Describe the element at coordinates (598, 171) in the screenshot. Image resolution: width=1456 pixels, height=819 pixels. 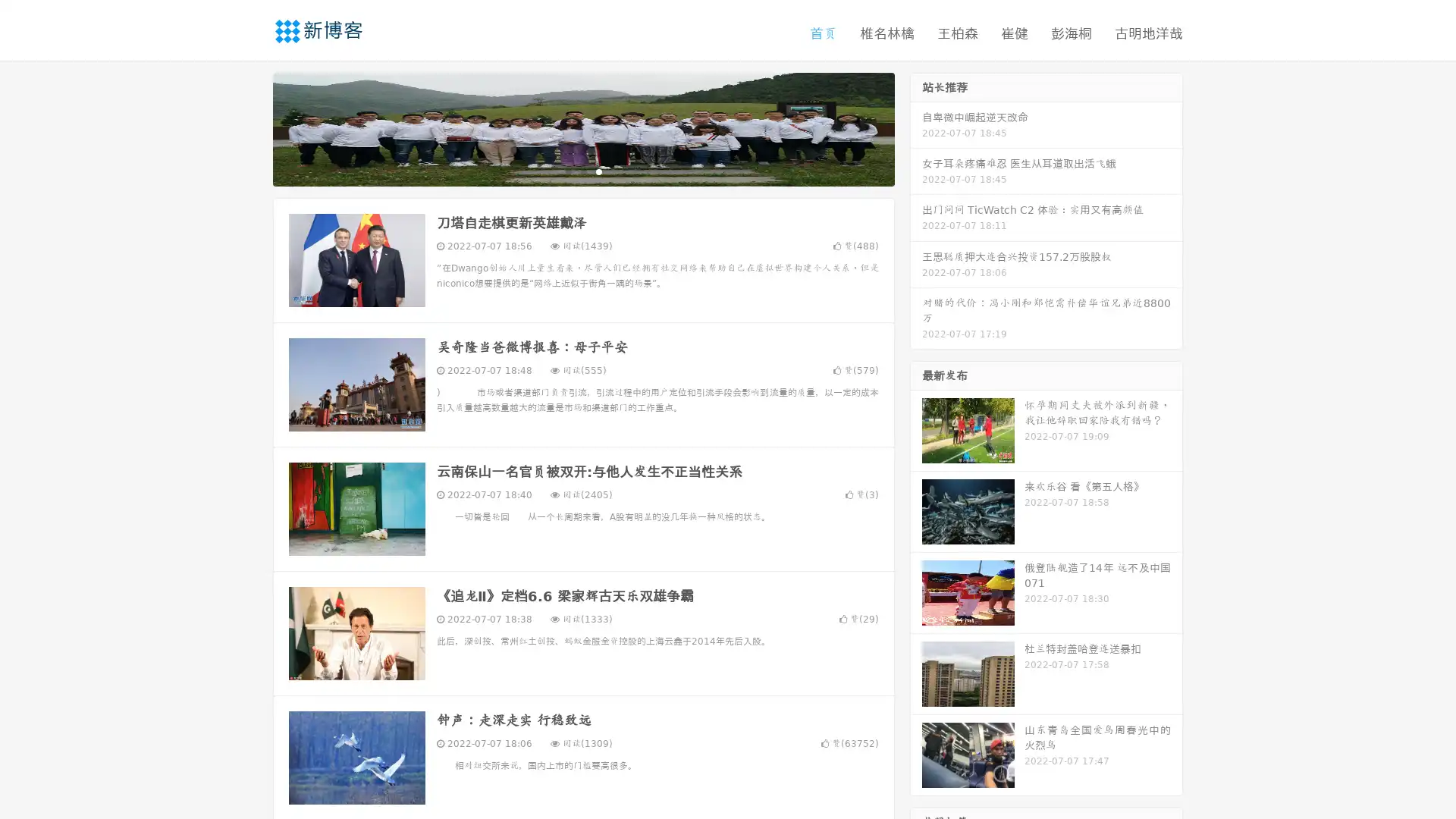
I see `Go to slide 3` at that location.